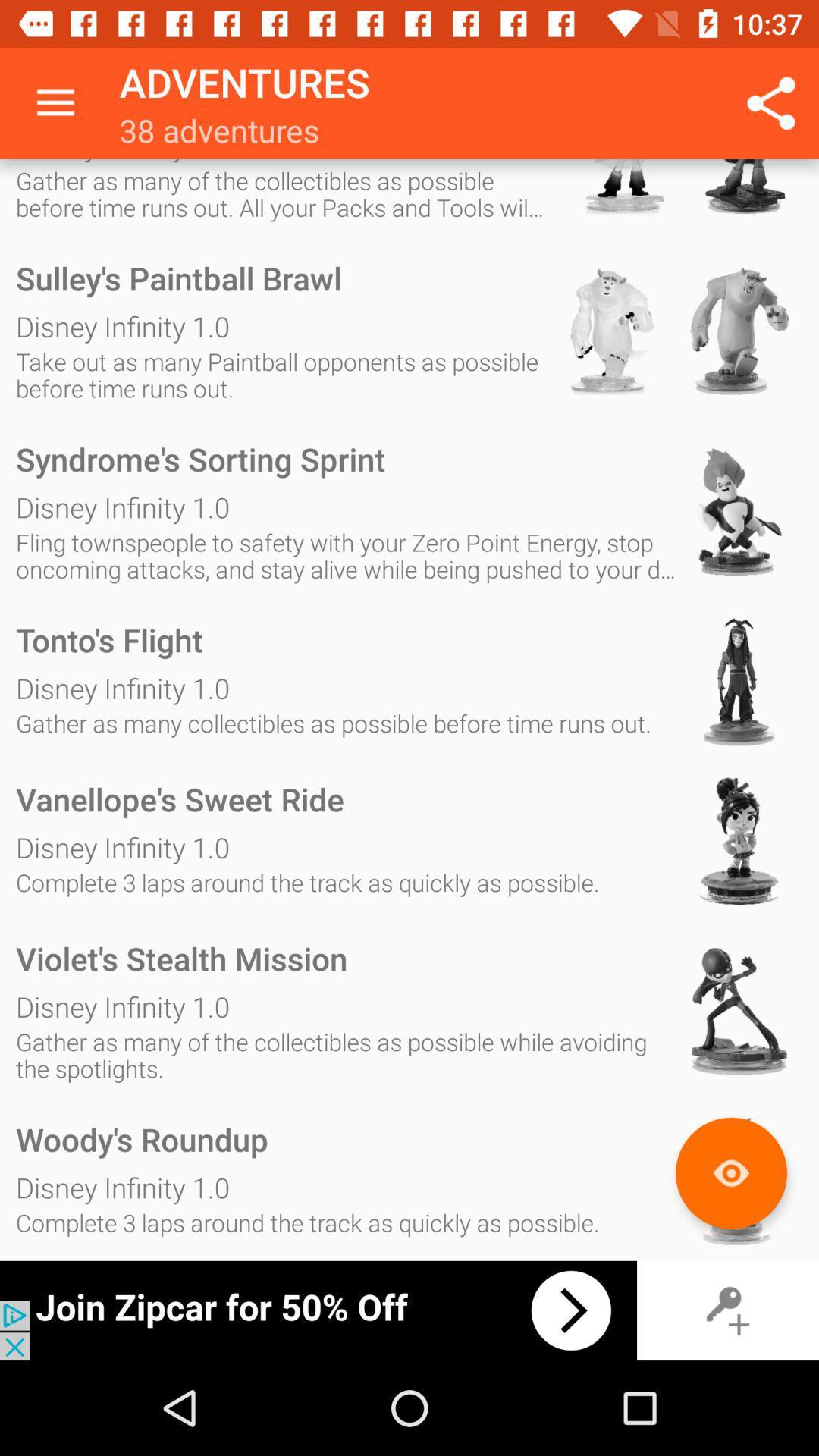 The height and width of the screenshot is (1456, 819). Describe the element at coordinates (730, 1172) in the screenshot. I see `find location` at that location.